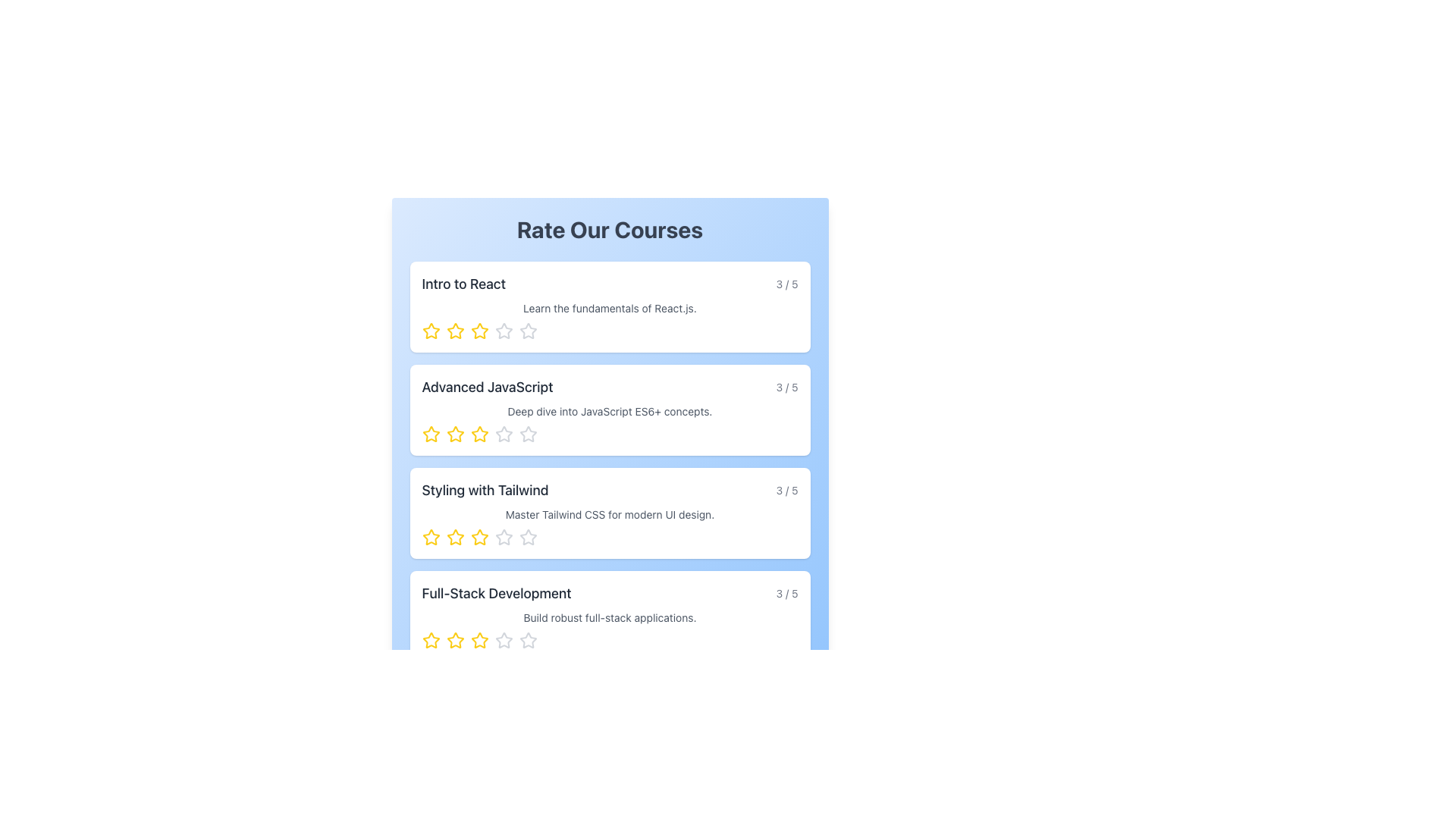  I want to click on the second yellow star icon in the rating system for 'Advanced JavaScript', so click(454, 435).